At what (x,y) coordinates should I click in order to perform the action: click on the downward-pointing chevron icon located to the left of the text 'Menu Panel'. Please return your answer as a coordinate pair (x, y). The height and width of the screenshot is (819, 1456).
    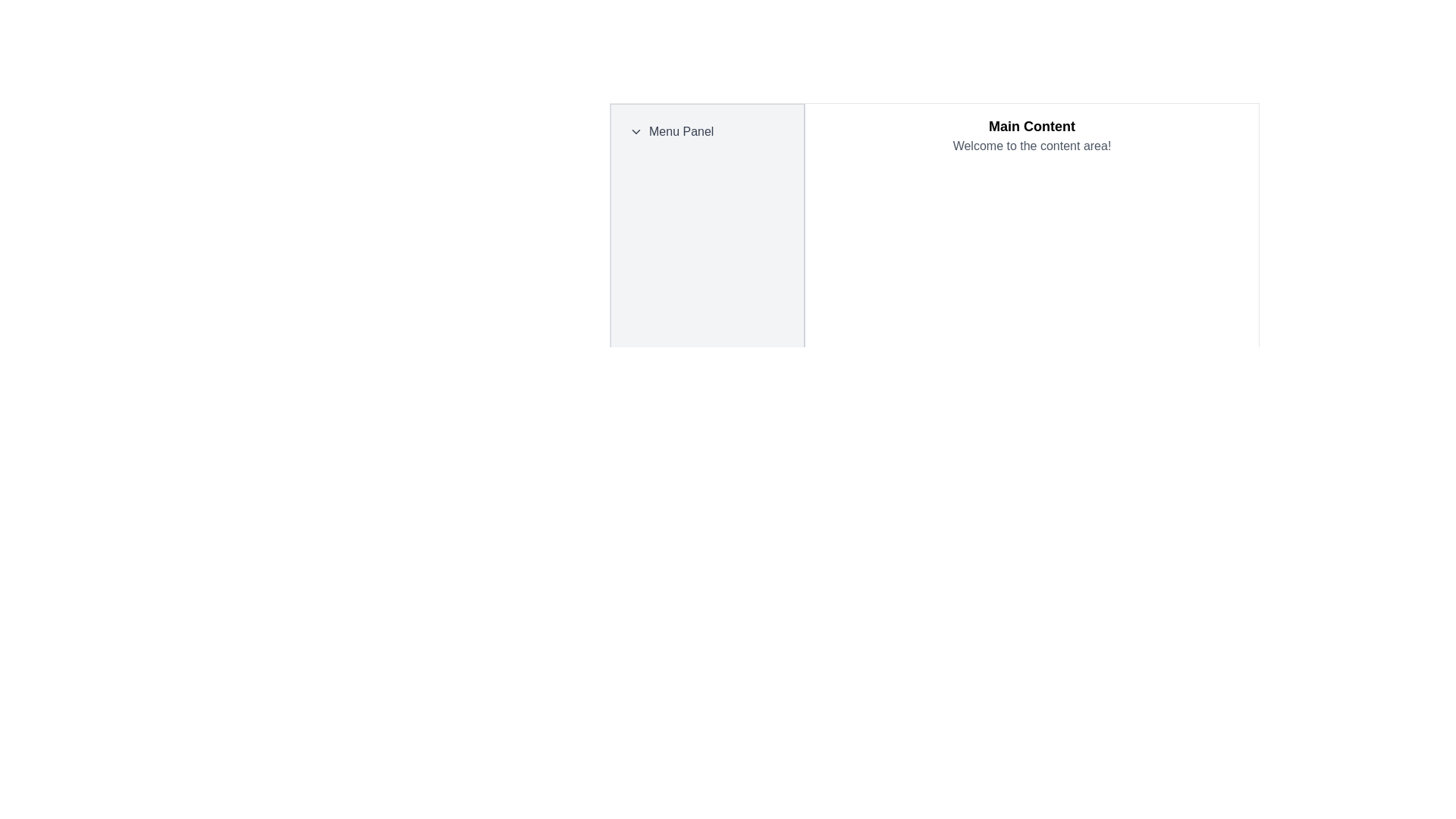
    Looking at the image, I should click on (636, 130).